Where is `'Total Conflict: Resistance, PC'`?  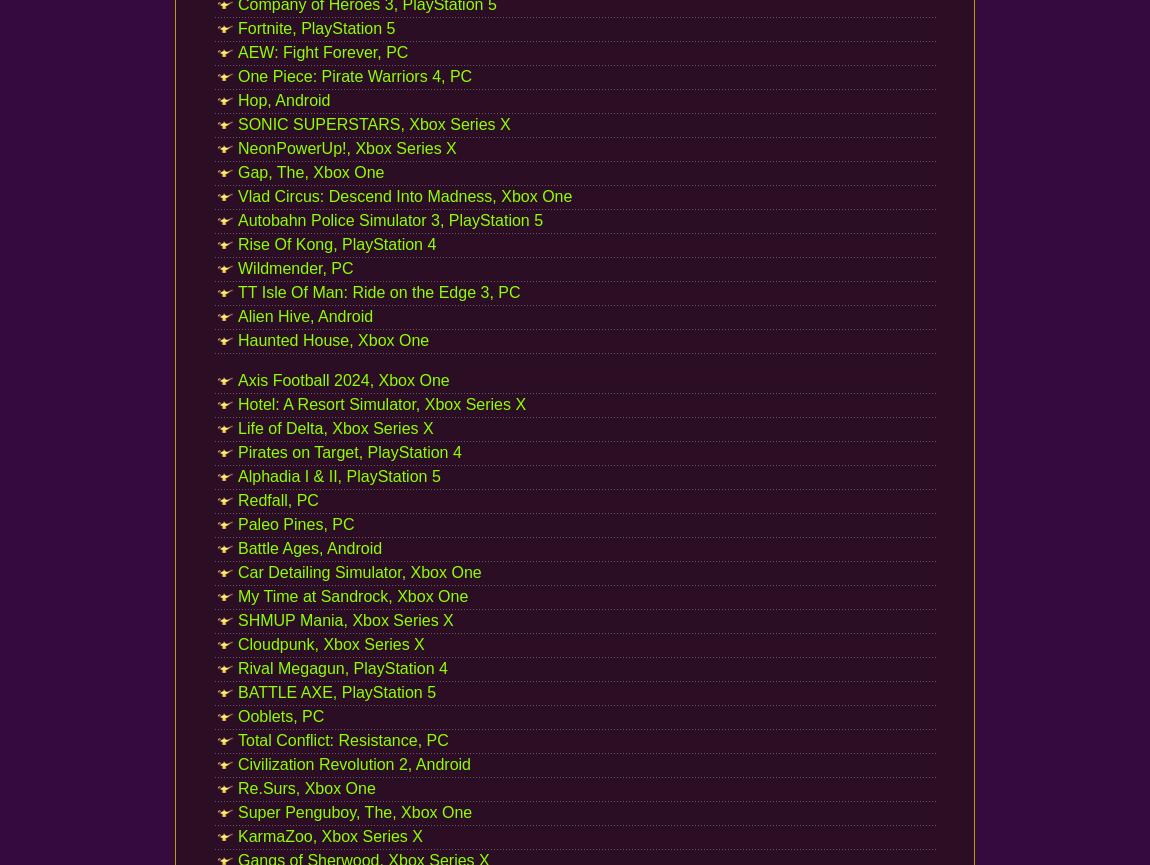 'Total Conflict: Resistance, PC' is located at coordinates (343, 739).